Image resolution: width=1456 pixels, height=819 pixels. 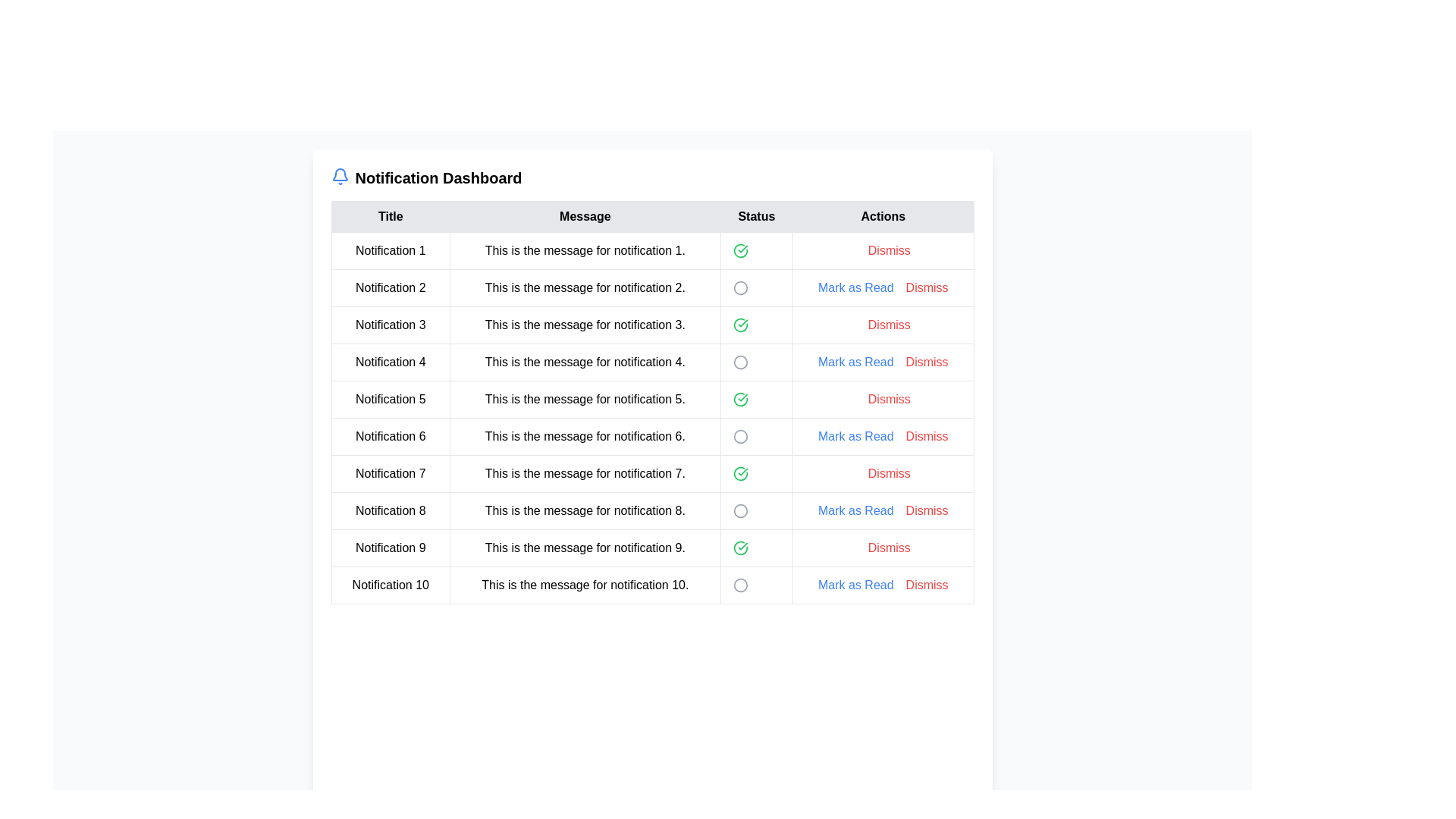 What do you see at coordinates (883, 548) in the screenshot?
I see `the 'Dismiss' link styled element in red, located at the end of the notification row 'Notification 9'` at bounding box center [883, 548].